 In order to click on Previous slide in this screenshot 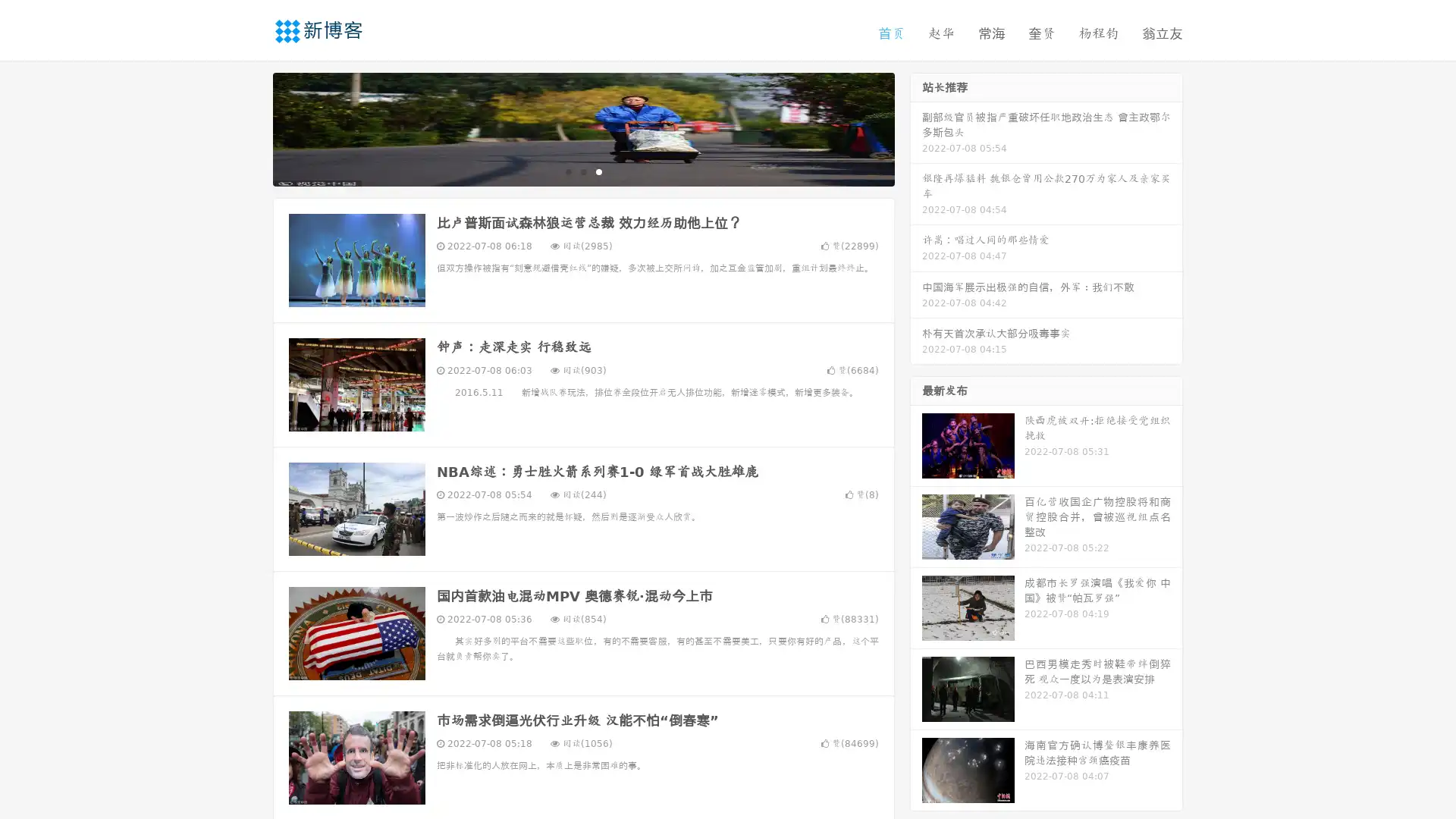, I will do `click(250, 127)`.